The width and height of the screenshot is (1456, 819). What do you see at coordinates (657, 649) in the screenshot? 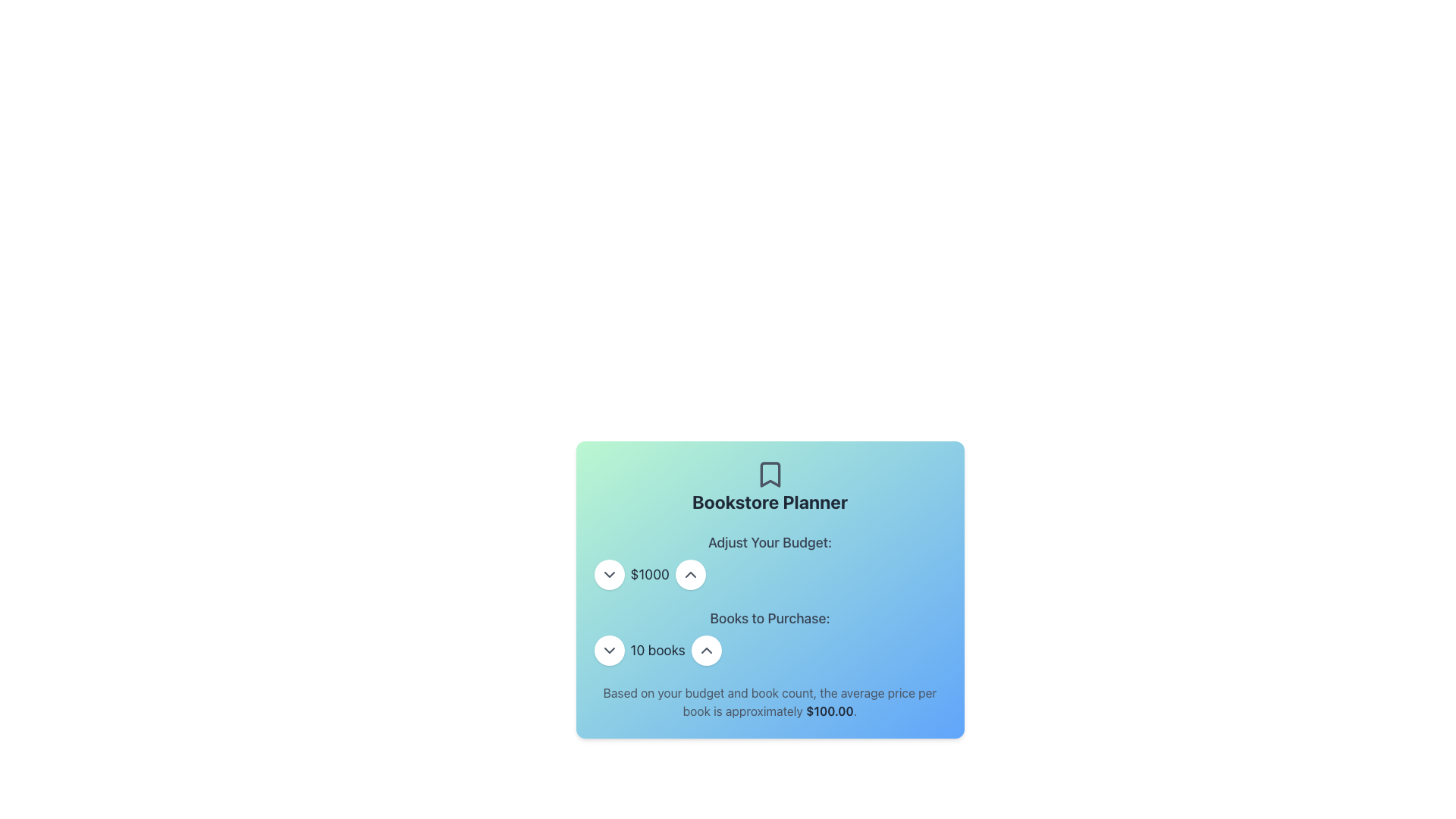
I see `the text label displaying '10 books', which is centrally located between an upward and downward arrow, styled in dark gray on a light gradient background` at bounding box center [657, 649].